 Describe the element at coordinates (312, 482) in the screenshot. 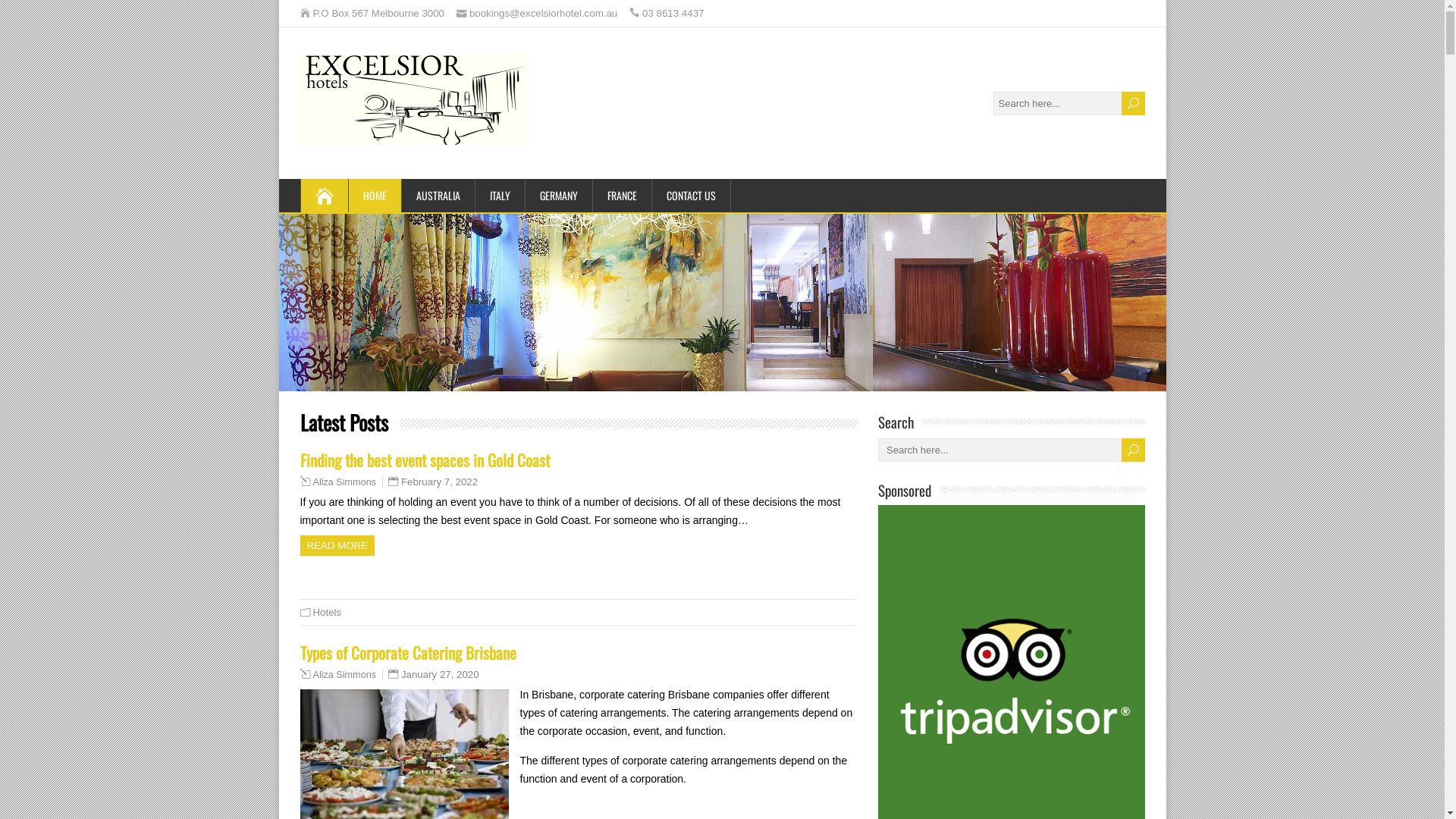

I see `'Aliza Simmons'` at that location.